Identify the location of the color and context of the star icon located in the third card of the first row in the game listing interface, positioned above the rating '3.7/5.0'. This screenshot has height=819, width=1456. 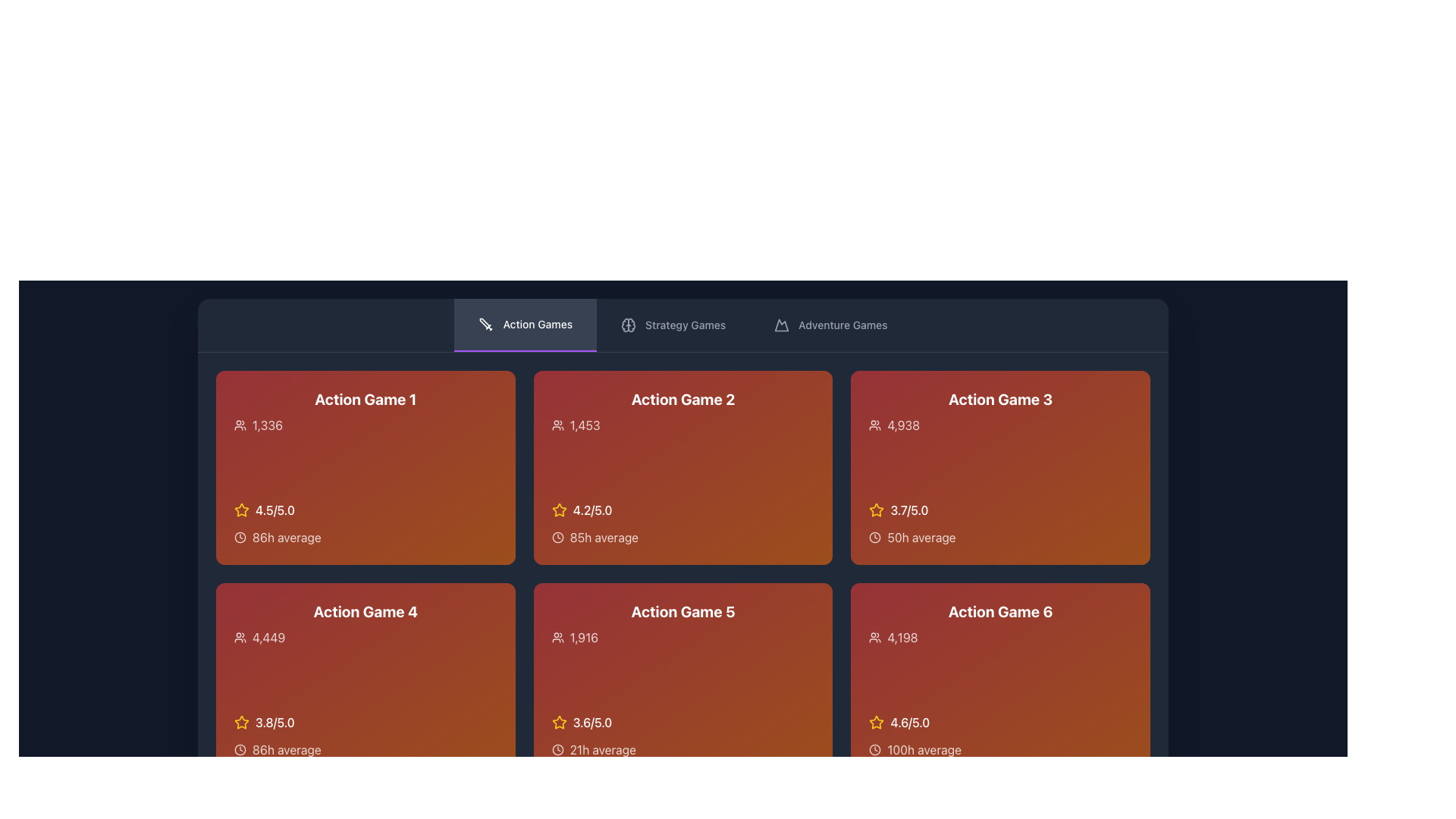
(877, 510).